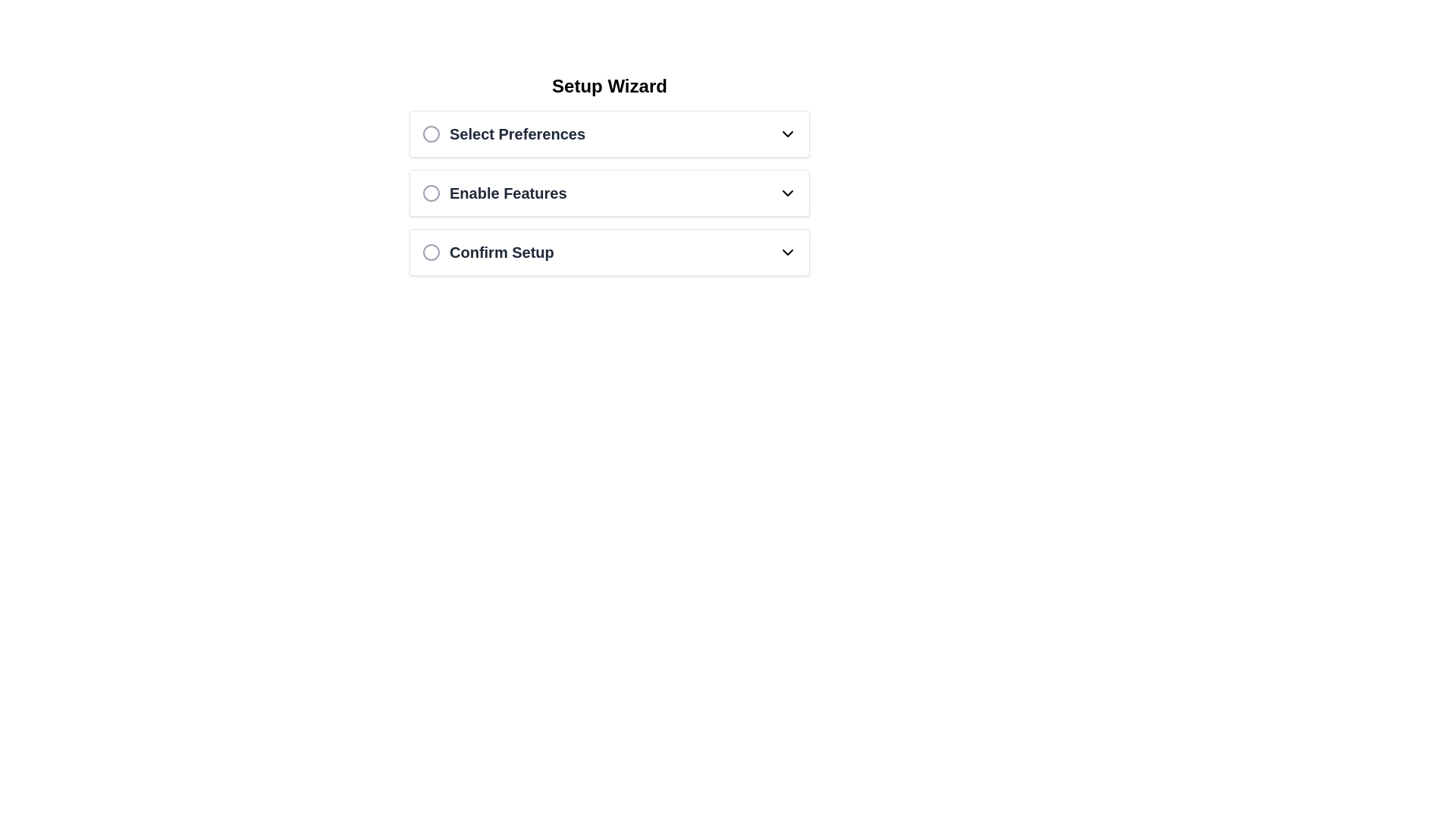  What do you see at coordinates (431, 251) in the screenshot?
I see `the circular icon with a thin gray border located at the top left of the 'Confirm Setup' text label` at bounding box center [431, 251].